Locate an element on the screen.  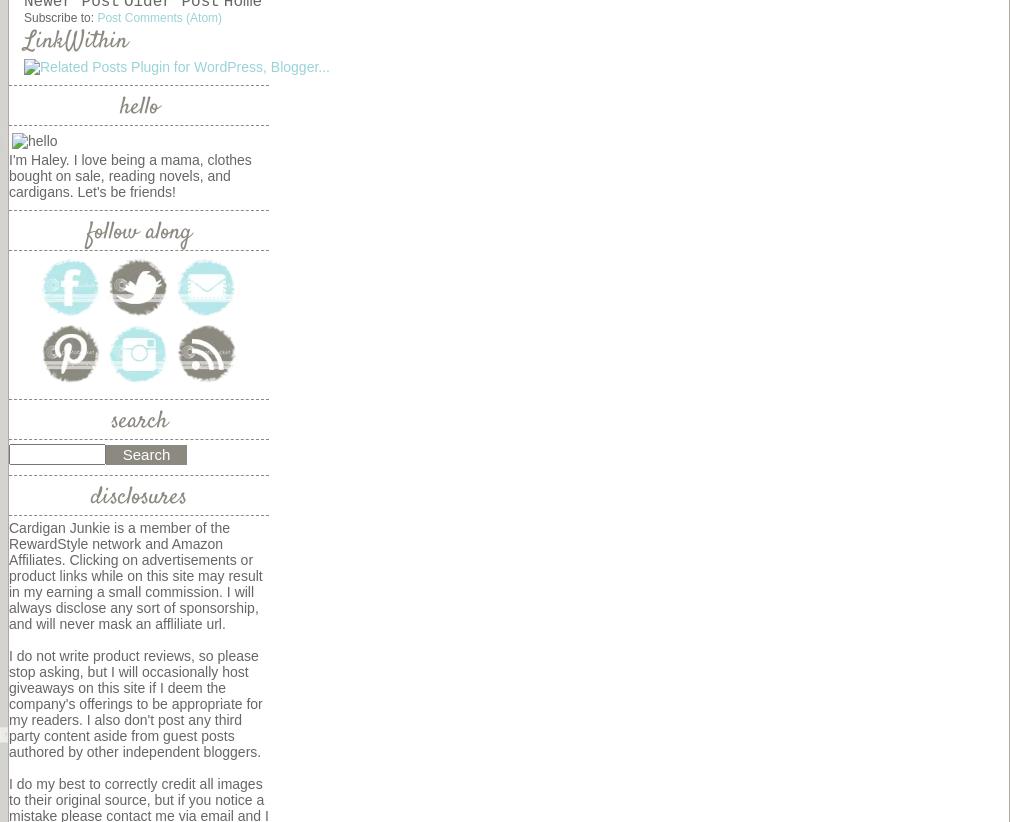
'follow along' is located at coordinates (137, 233).